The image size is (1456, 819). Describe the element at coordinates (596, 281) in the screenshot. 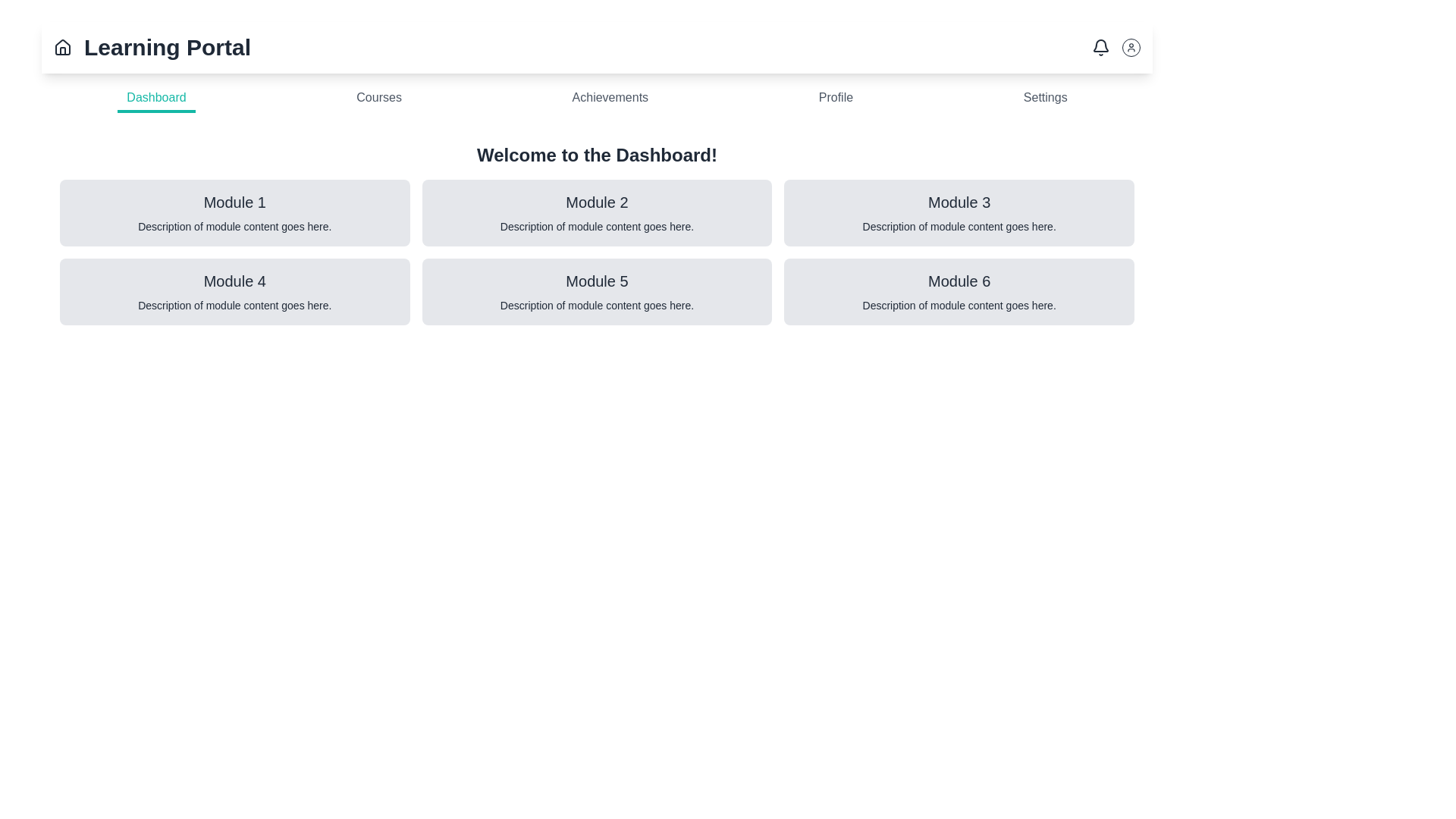

I see `the label that identifies and titles 'Module 5' in the grid layout on the 'Dashboard' page` at that location.